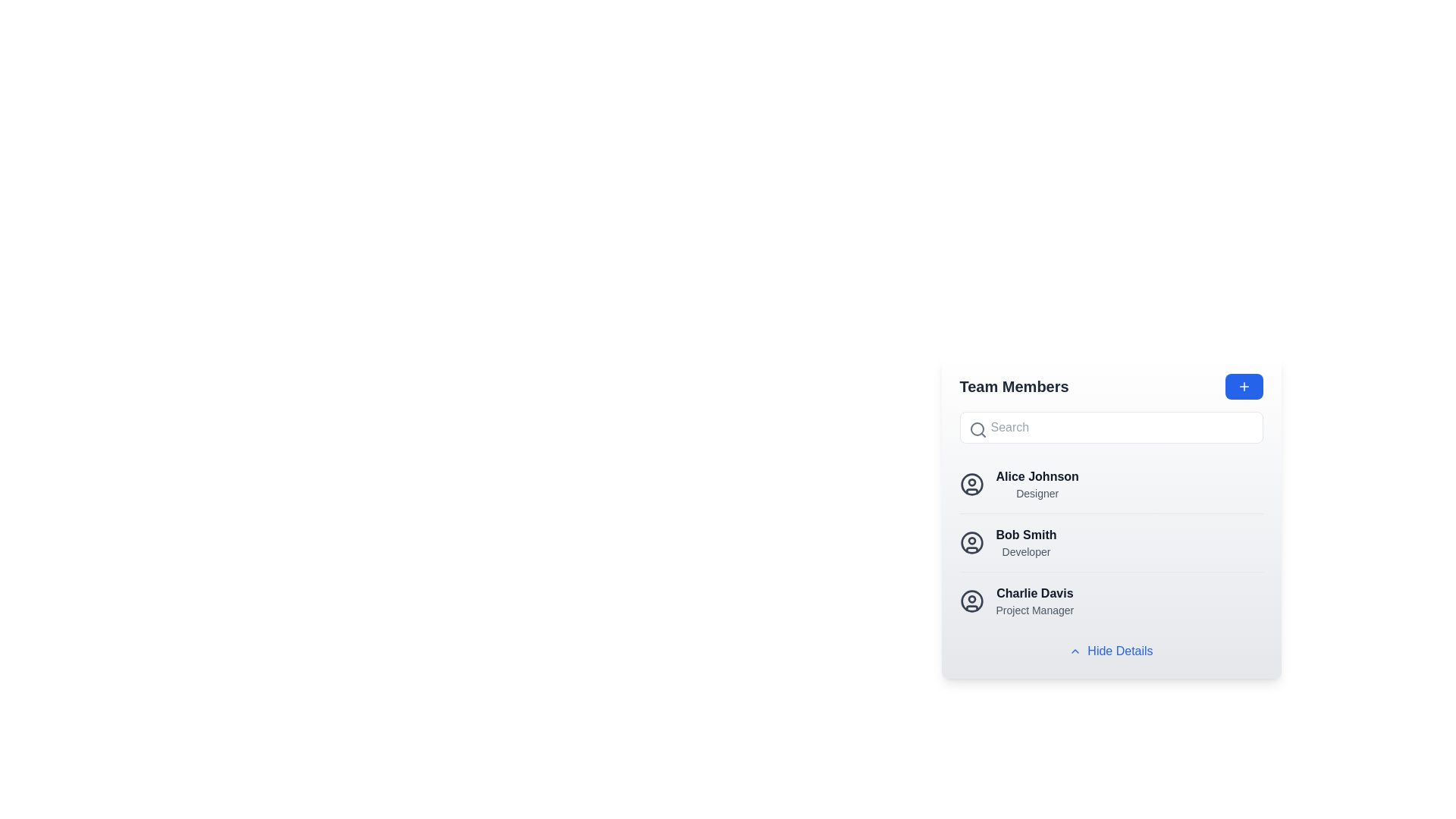  Describe the element at coordinates (977, 430) in the screenshot. I see `the search input field icon located at the start of the search input field, slightly to the left, which indicates the purpose of entering search queries` at that location.